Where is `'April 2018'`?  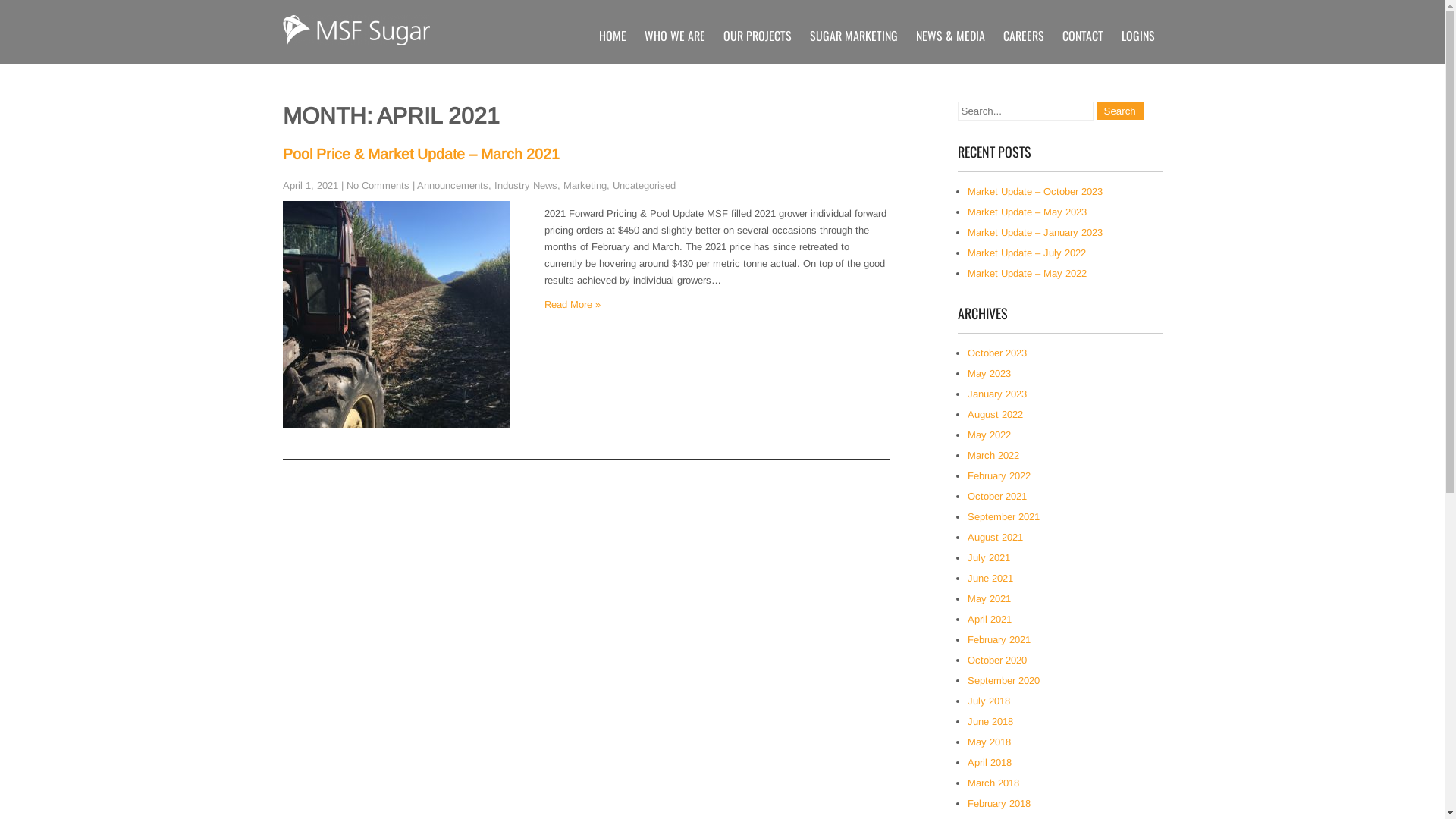 'April 2018' is located at coordinates (967, 762).